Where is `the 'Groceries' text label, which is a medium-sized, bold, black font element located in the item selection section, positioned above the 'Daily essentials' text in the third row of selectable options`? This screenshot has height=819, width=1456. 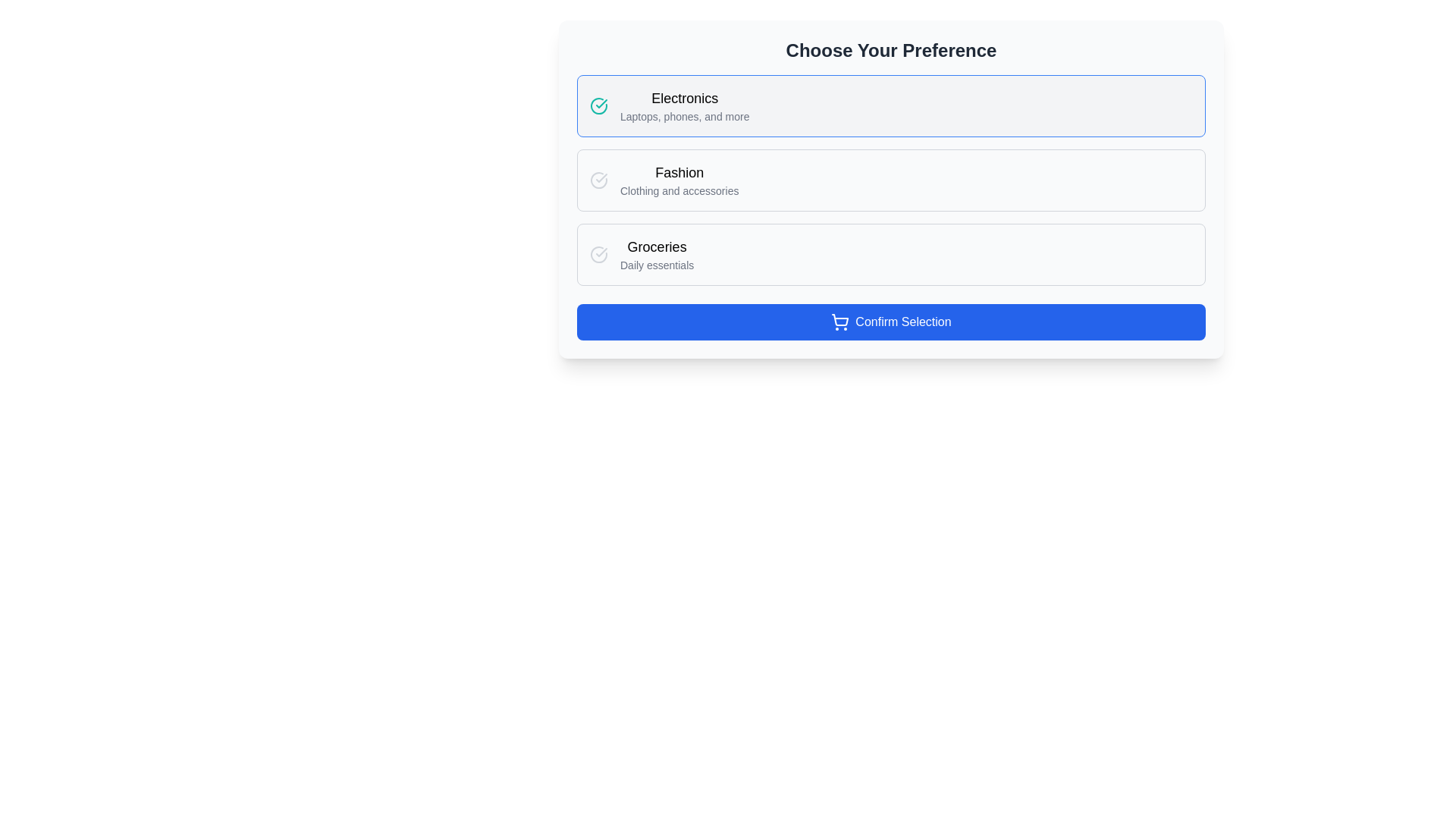 the 'Groceries' text label, which is a medium-sized, bold, black font element located in the item selection section, positioned above the 'Daily essentials' text in the third row of selectable options is located at coordinates (657, 246).